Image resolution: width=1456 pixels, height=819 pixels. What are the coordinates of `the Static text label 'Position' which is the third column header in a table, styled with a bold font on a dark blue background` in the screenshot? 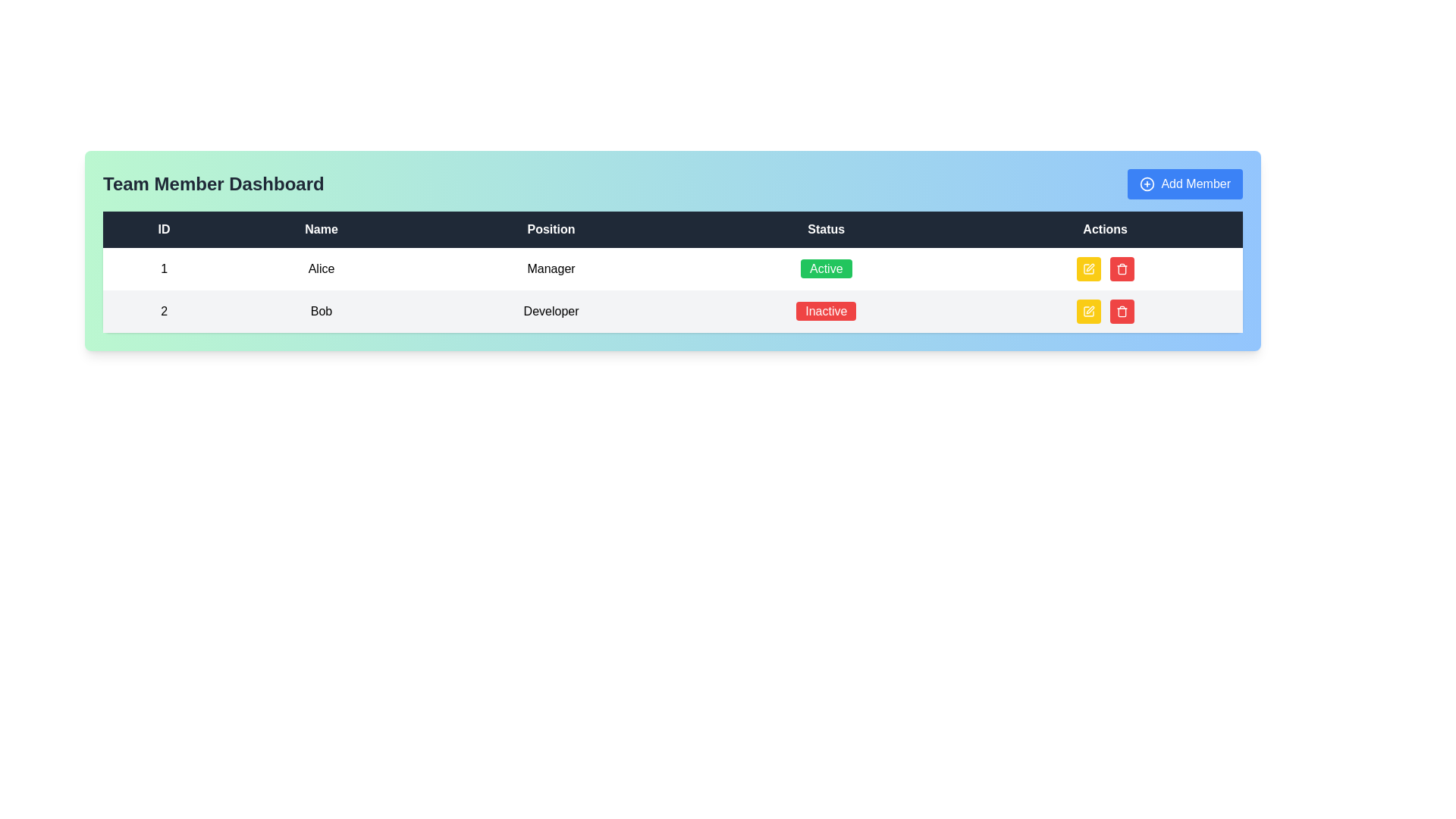 It's located at (551, 230).